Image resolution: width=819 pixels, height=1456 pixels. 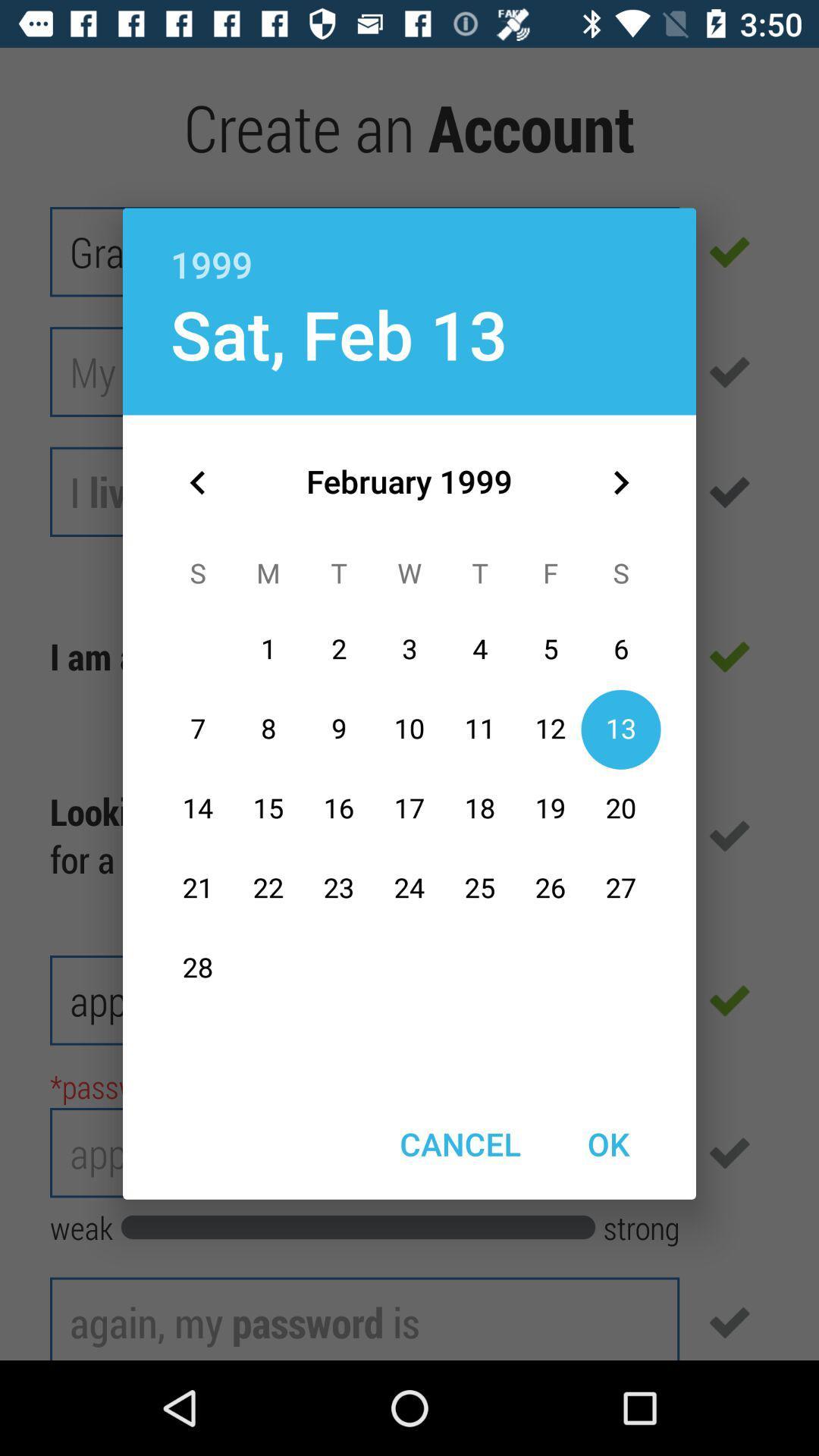 I want to click on sat, feb 13 item, so click(x=338, y=333).